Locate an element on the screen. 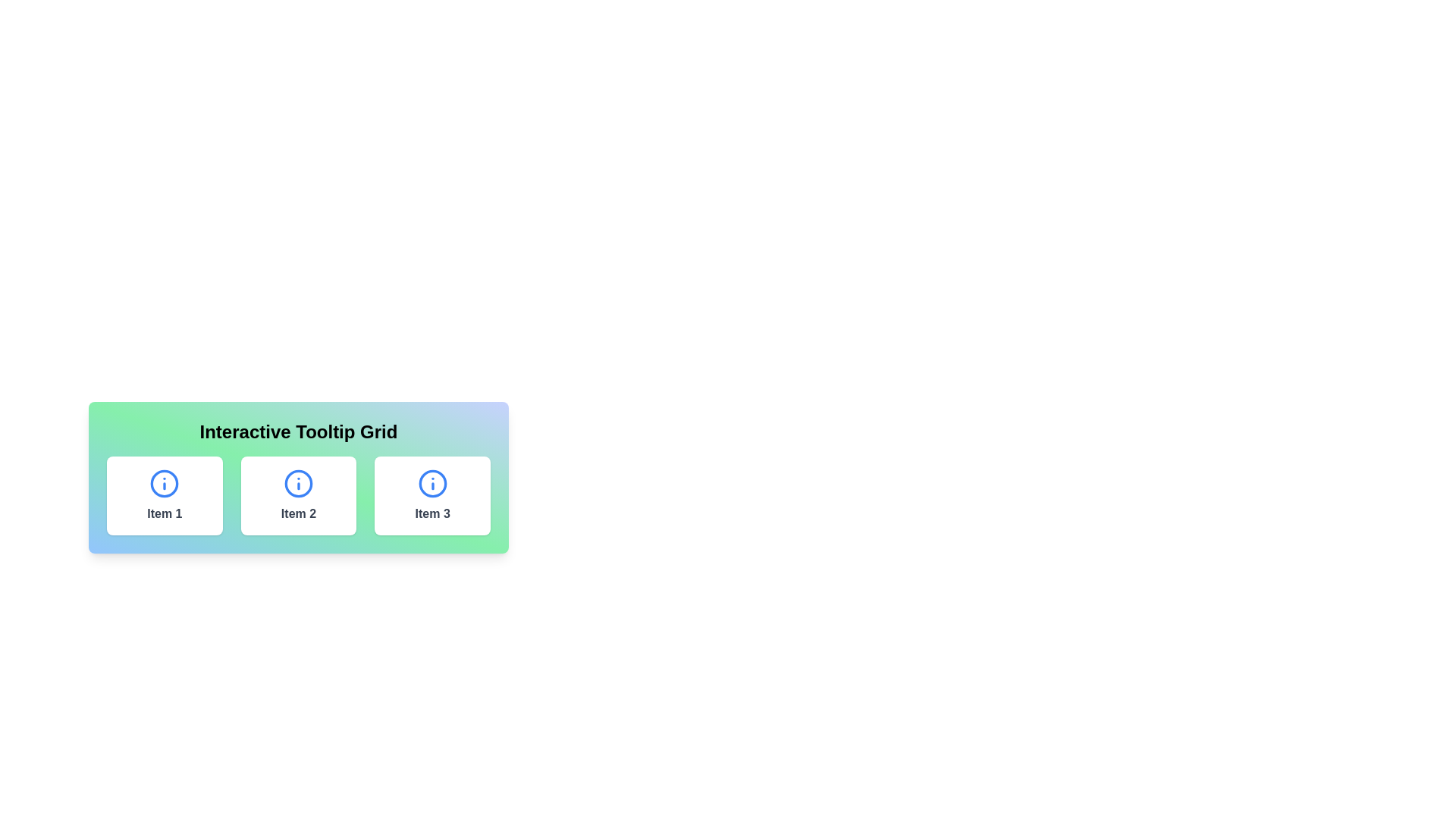 This screenshot has height=819, width=1456. the circular information icon button with a blue outline and 'i' character located at the top center of the 'Item 1' box is located at coordinates (165, 483).